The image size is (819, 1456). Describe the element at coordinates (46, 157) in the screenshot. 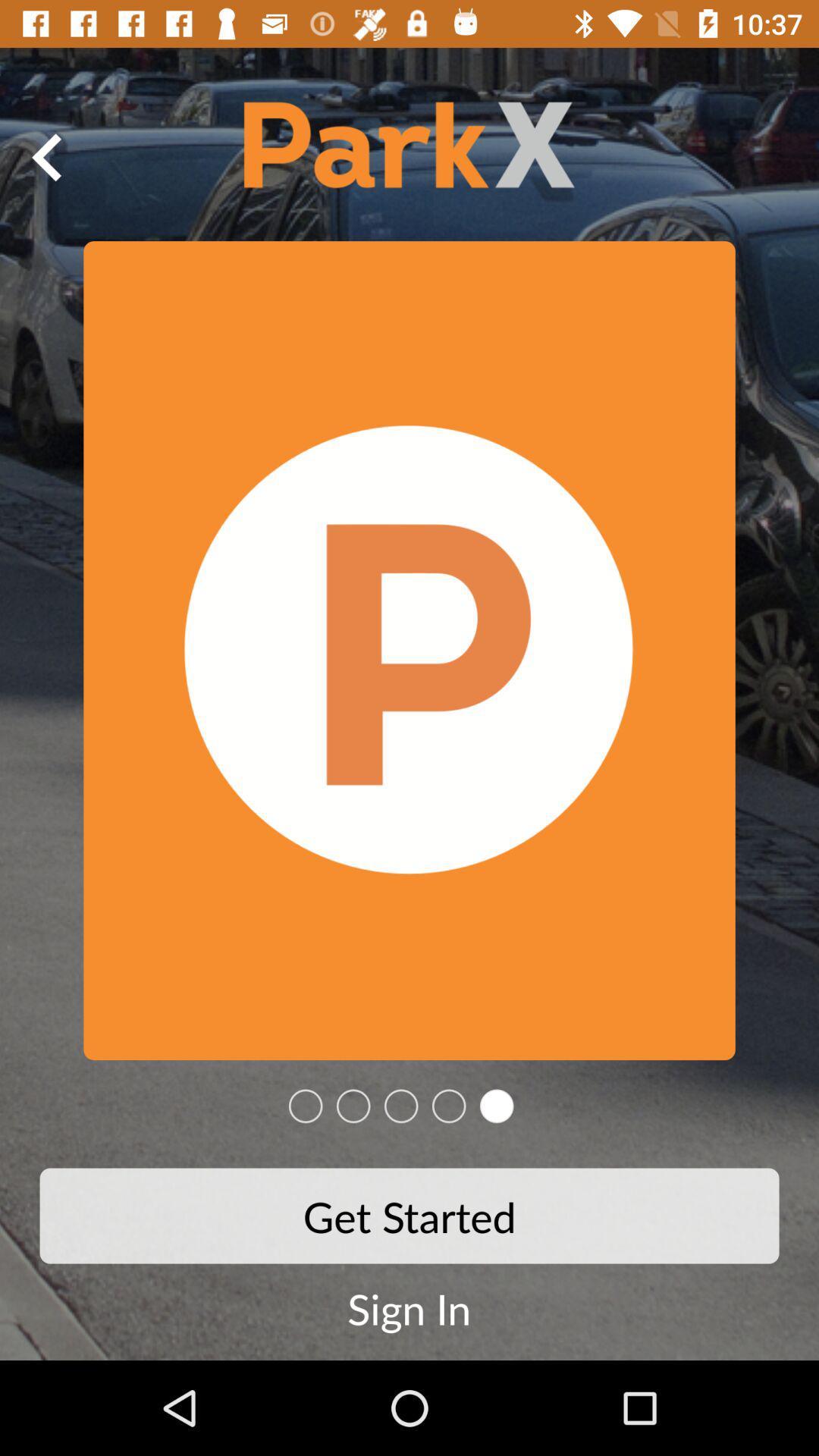

I see `previous` at that location.